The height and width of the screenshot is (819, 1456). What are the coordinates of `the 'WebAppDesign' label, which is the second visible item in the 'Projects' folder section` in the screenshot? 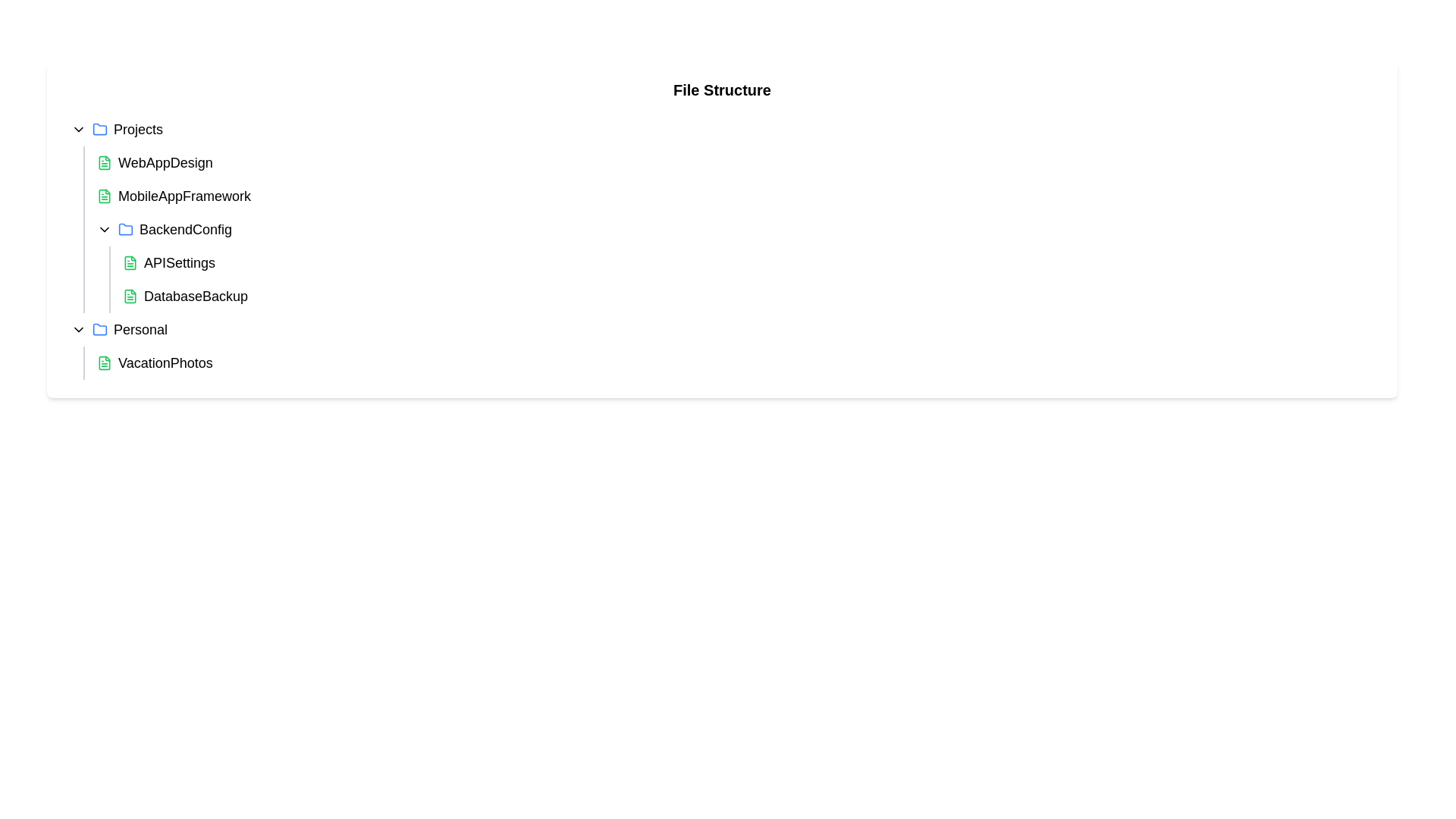 It's located at (165, 163).